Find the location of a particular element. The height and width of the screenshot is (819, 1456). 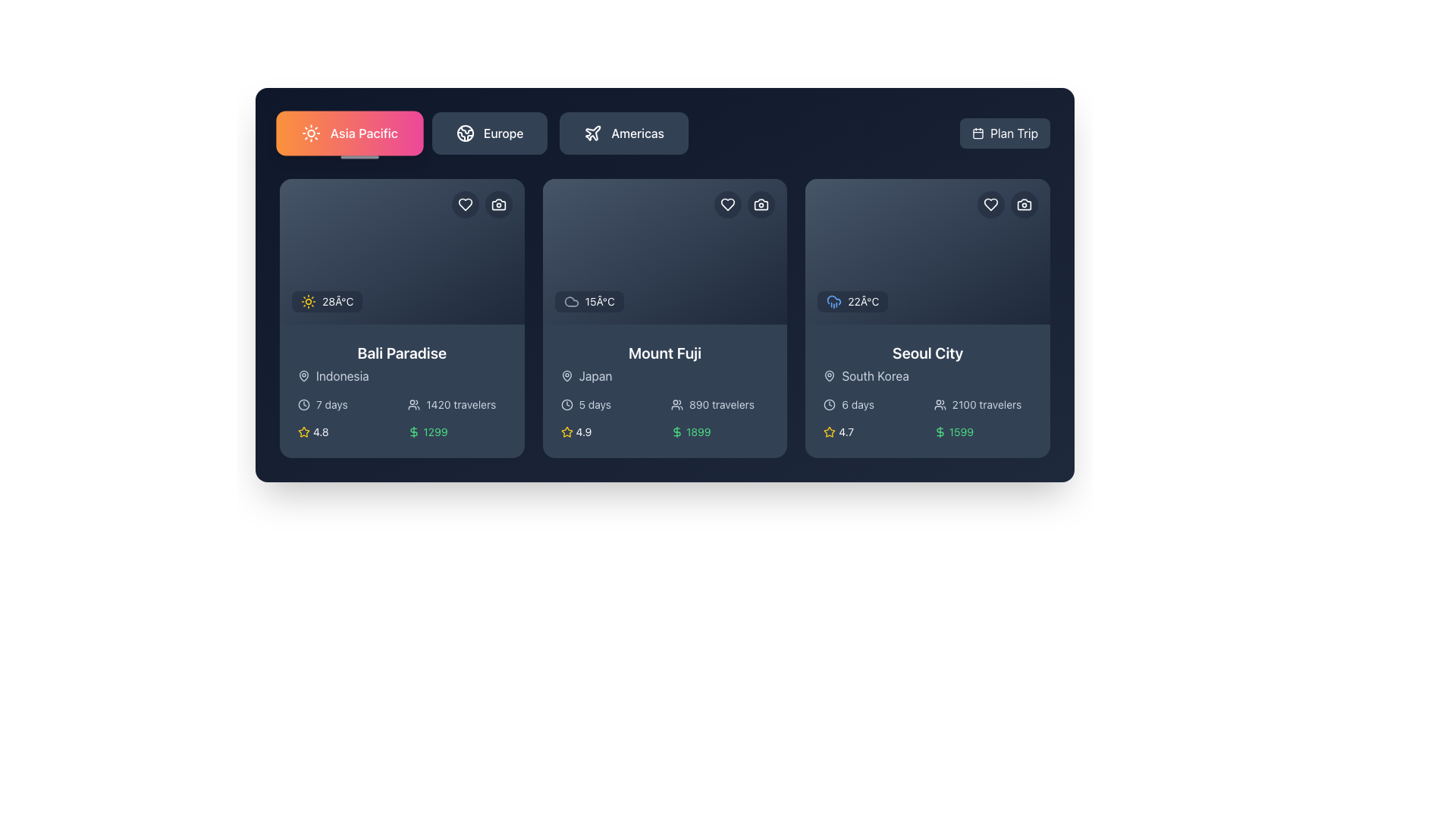

the currency icon located in the bottom-left part of the Bali Paradise card, which is aligned to the left of the text '1299' is located at coordinates (414, 432).